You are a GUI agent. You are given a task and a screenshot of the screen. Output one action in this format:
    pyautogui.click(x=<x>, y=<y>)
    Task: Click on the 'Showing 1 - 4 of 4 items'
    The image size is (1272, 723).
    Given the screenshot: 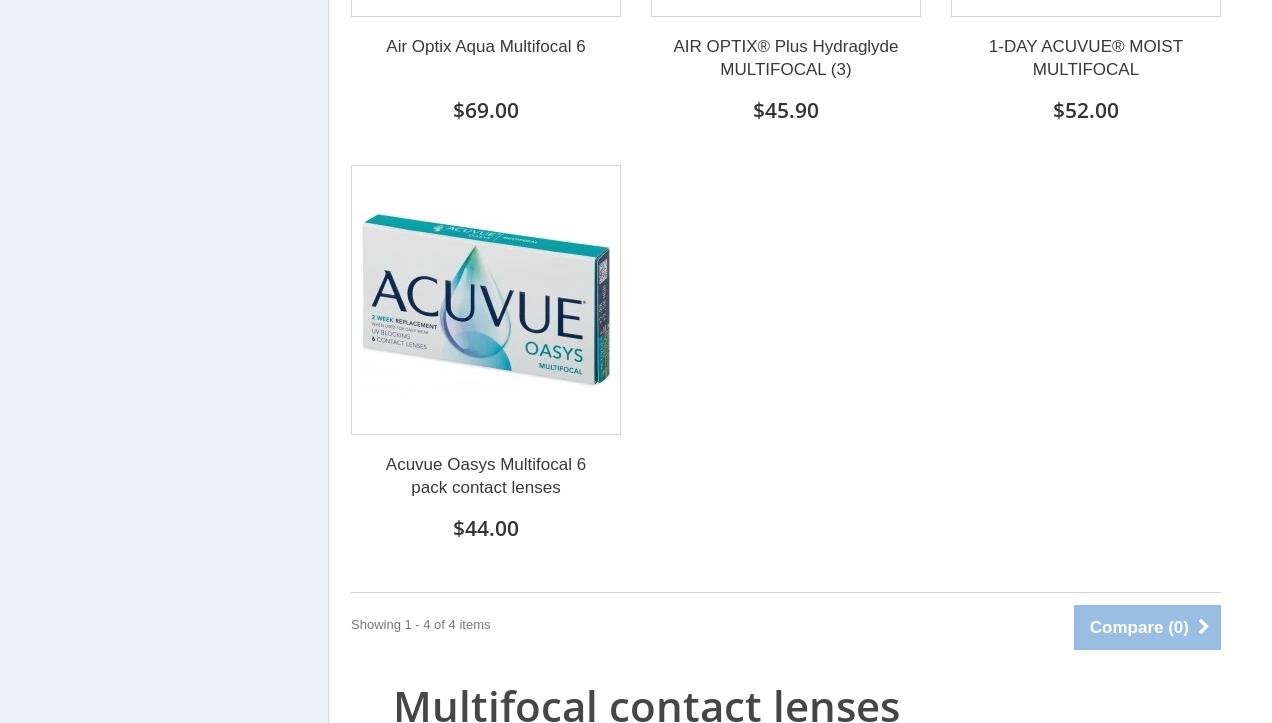 What is the action you would take?
    pyautogui.click(x=349, y=623)
    